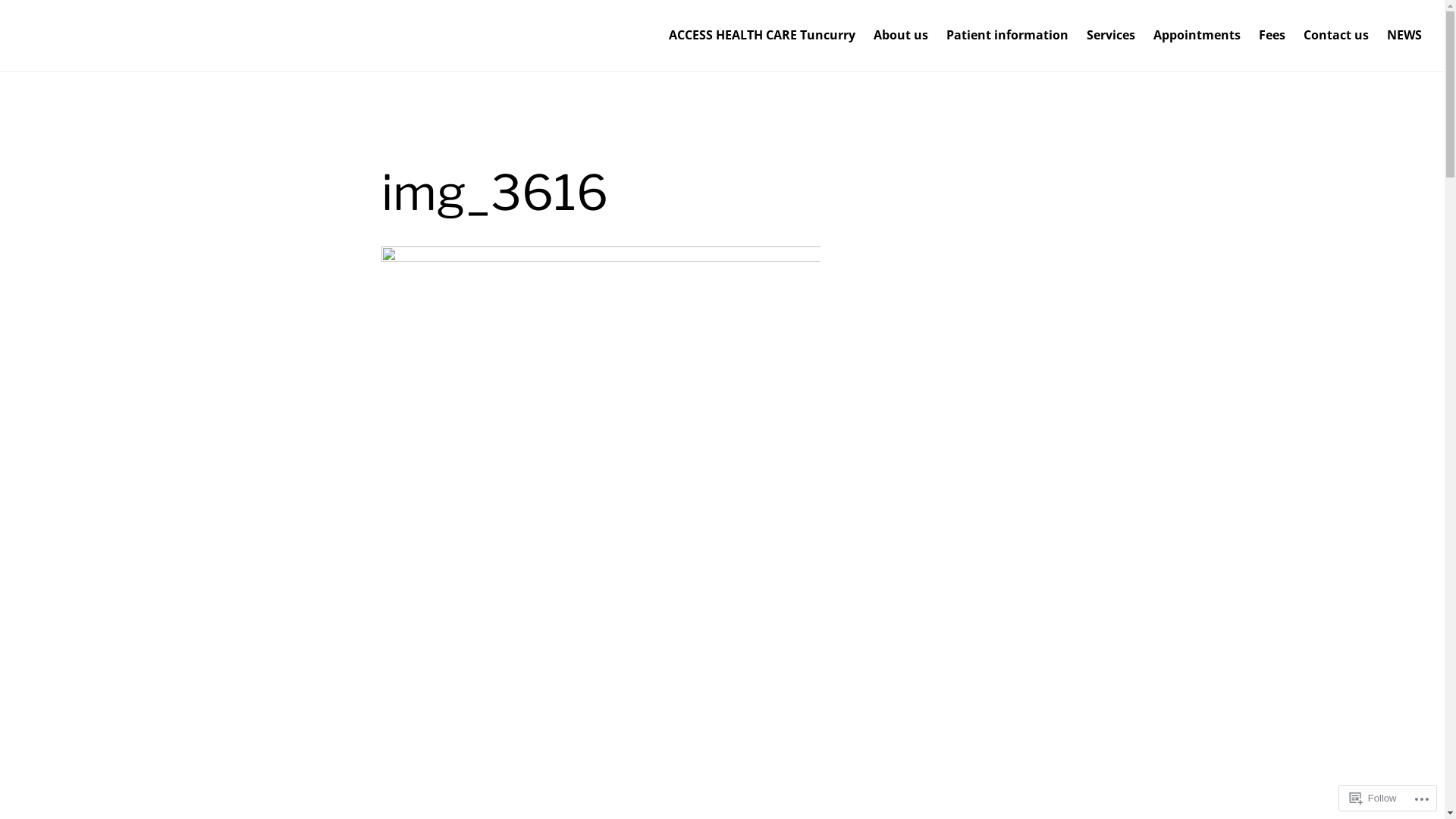  Describe the element at coordinates (1335, 34) in the screenshot. I see `'Contact us'` at that location.